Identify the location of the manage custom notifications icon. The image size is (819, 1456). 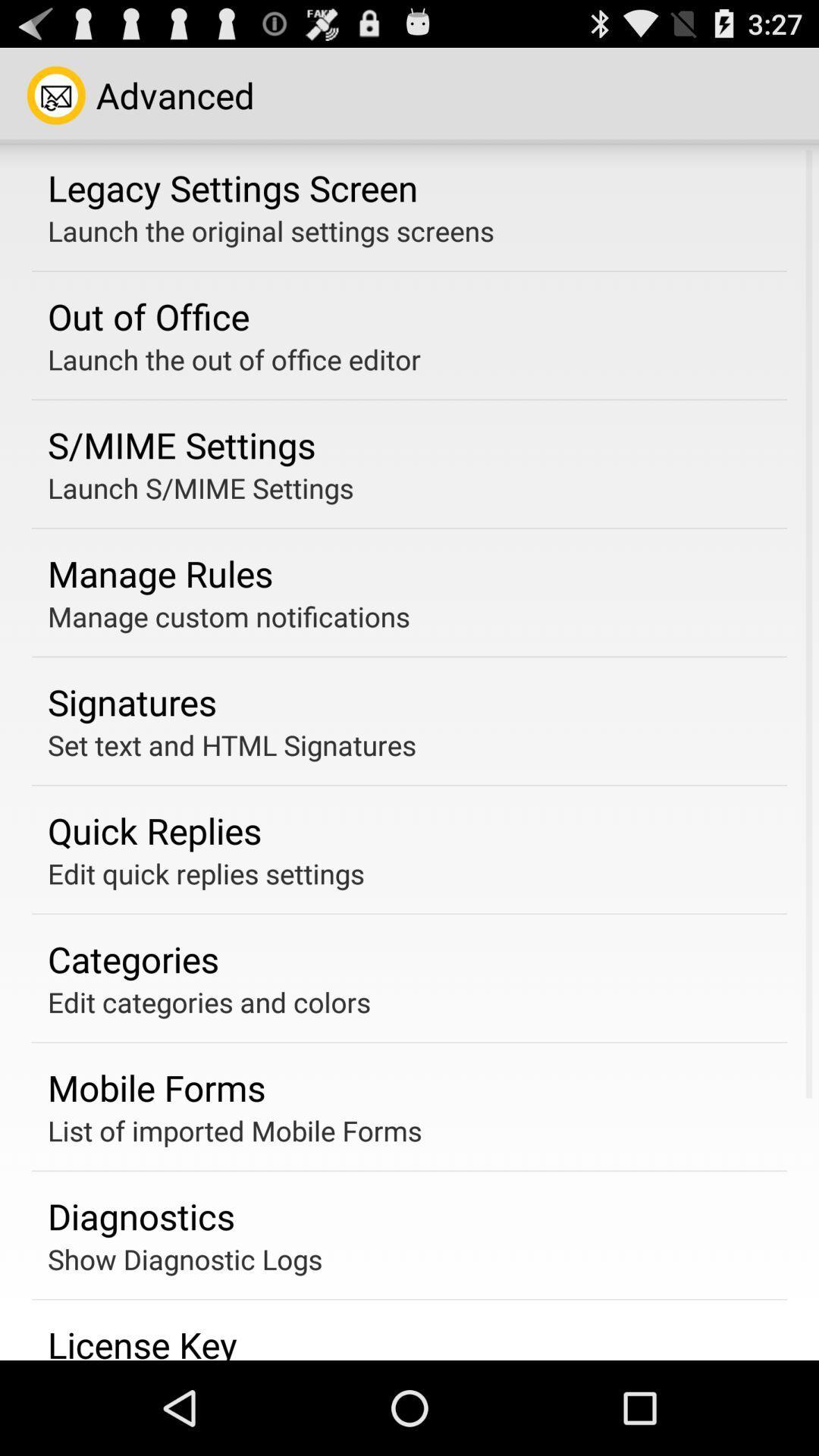
(228, 616).